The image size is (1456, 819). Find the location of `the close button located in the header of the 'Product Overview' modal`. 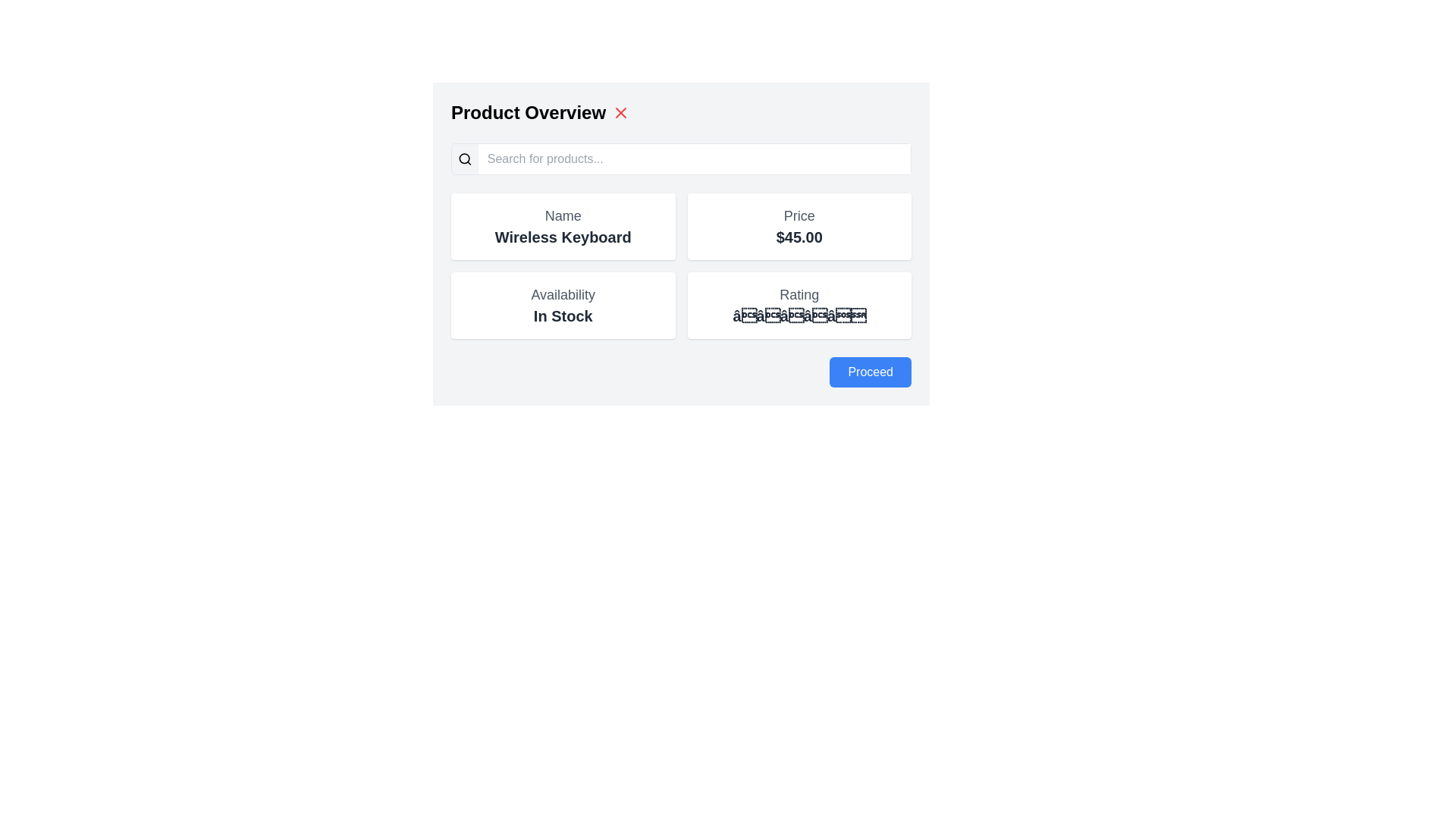

the close button located in the header of the 'Product Overview' modal is located at coordinates (621, 112).